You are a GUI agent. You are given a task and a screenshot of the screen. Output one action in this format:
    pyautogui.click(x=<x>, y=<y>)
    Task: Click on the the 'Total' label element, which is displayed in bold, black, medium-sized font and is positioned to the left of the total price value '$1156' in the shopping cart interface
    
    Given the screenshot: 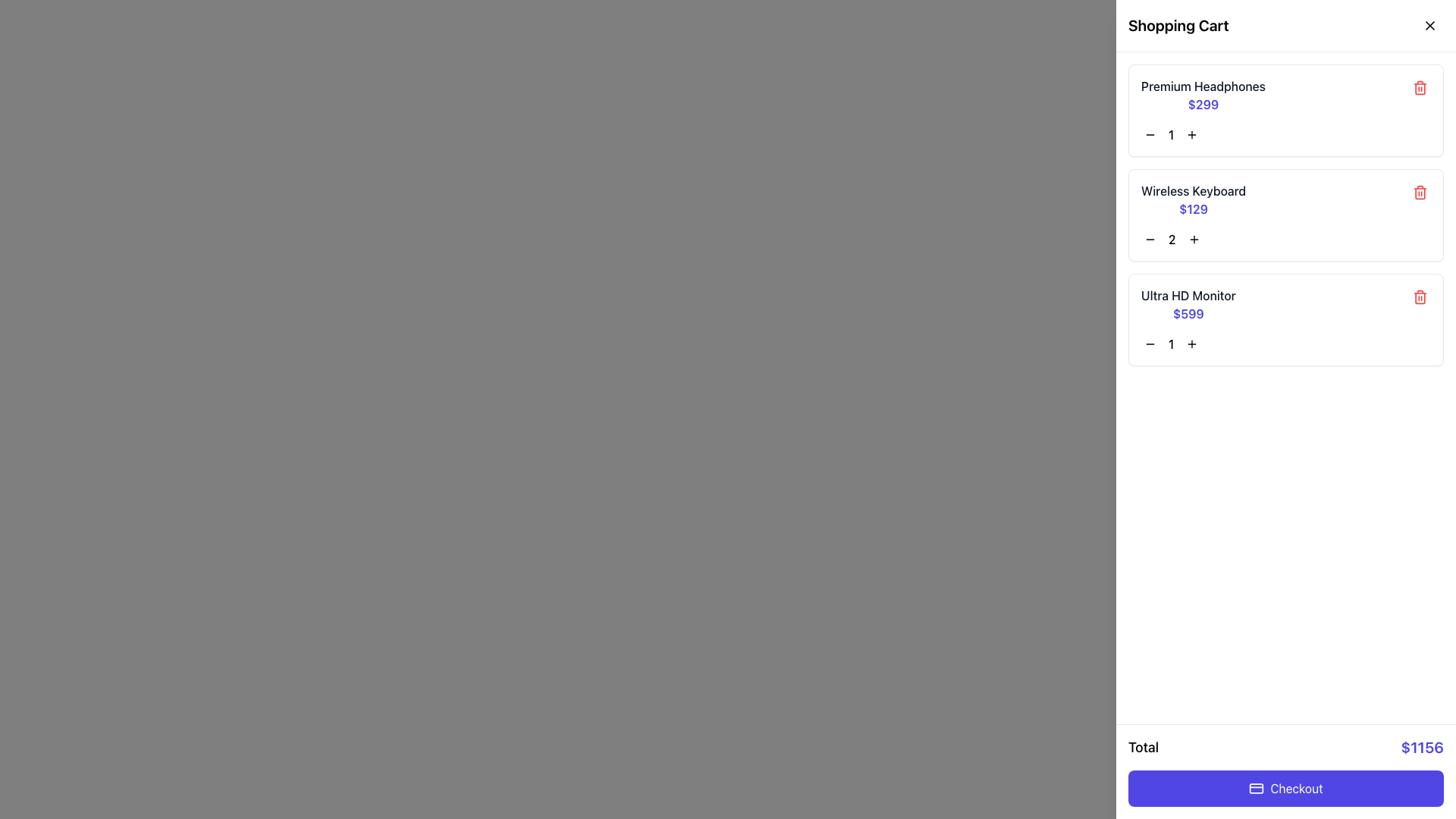 What is the action you would take?
    pyautogui.click(x=1143, y=747)
    